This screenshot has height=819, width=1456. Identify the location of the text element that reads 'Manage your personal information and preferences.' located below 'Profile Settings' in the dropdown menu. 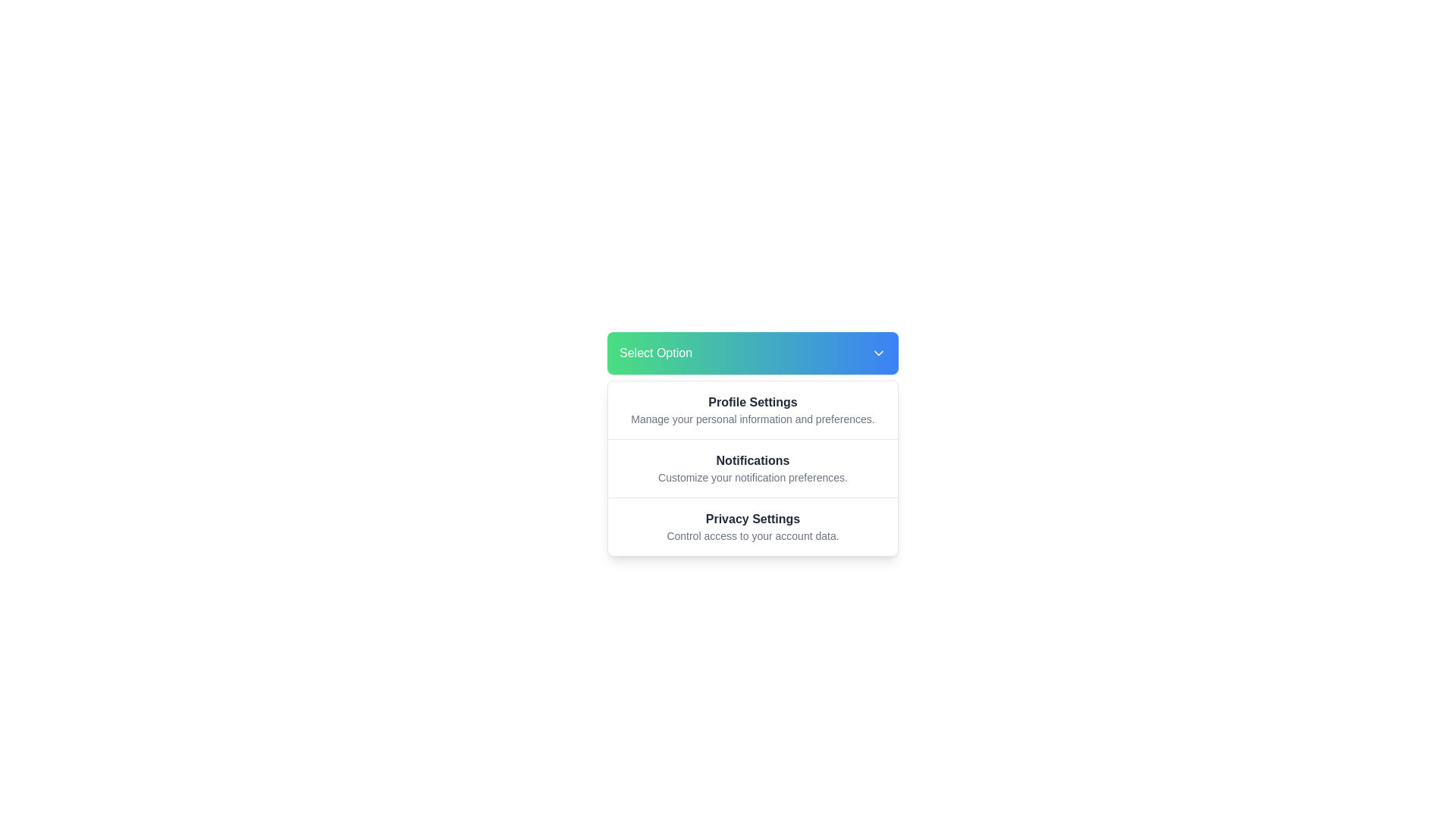
(753, 419).